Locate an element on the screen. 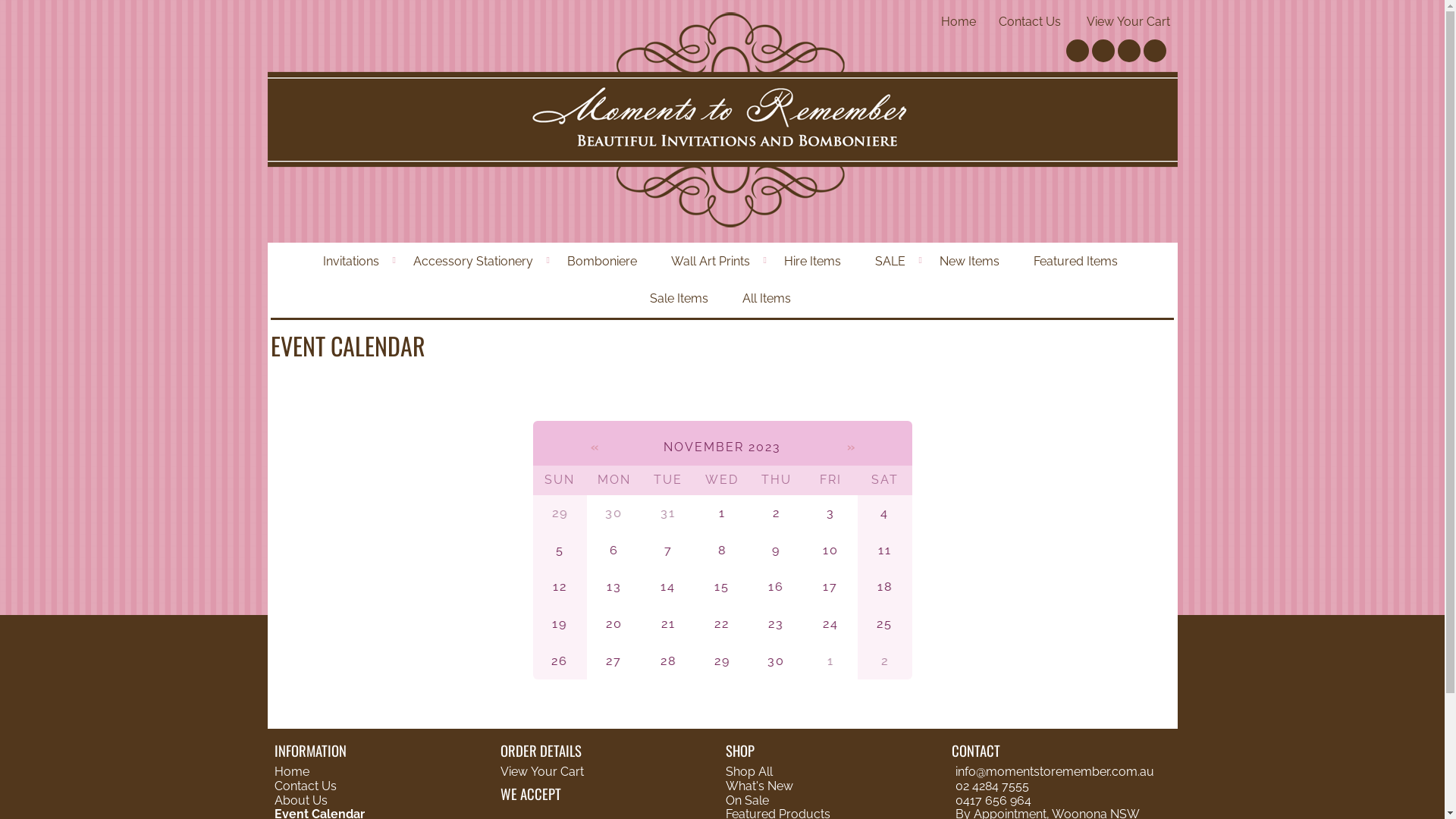  'Shop All' is located at coordinates (749, 771).